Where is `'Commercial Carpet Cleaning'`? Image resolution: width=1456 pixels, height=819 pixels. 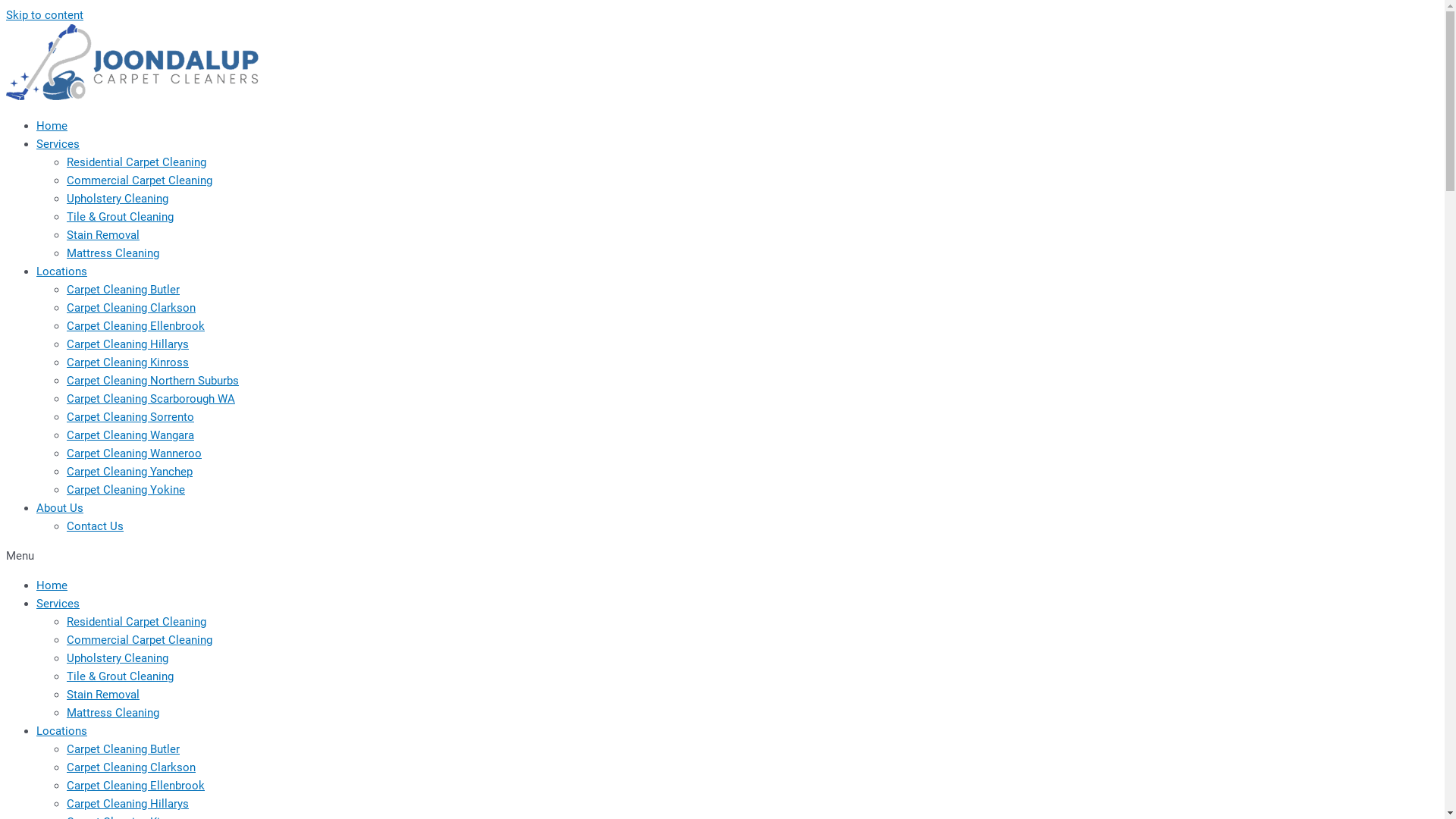
'Commercial Carpet Cleaning' is located at coordinates (139, 640).